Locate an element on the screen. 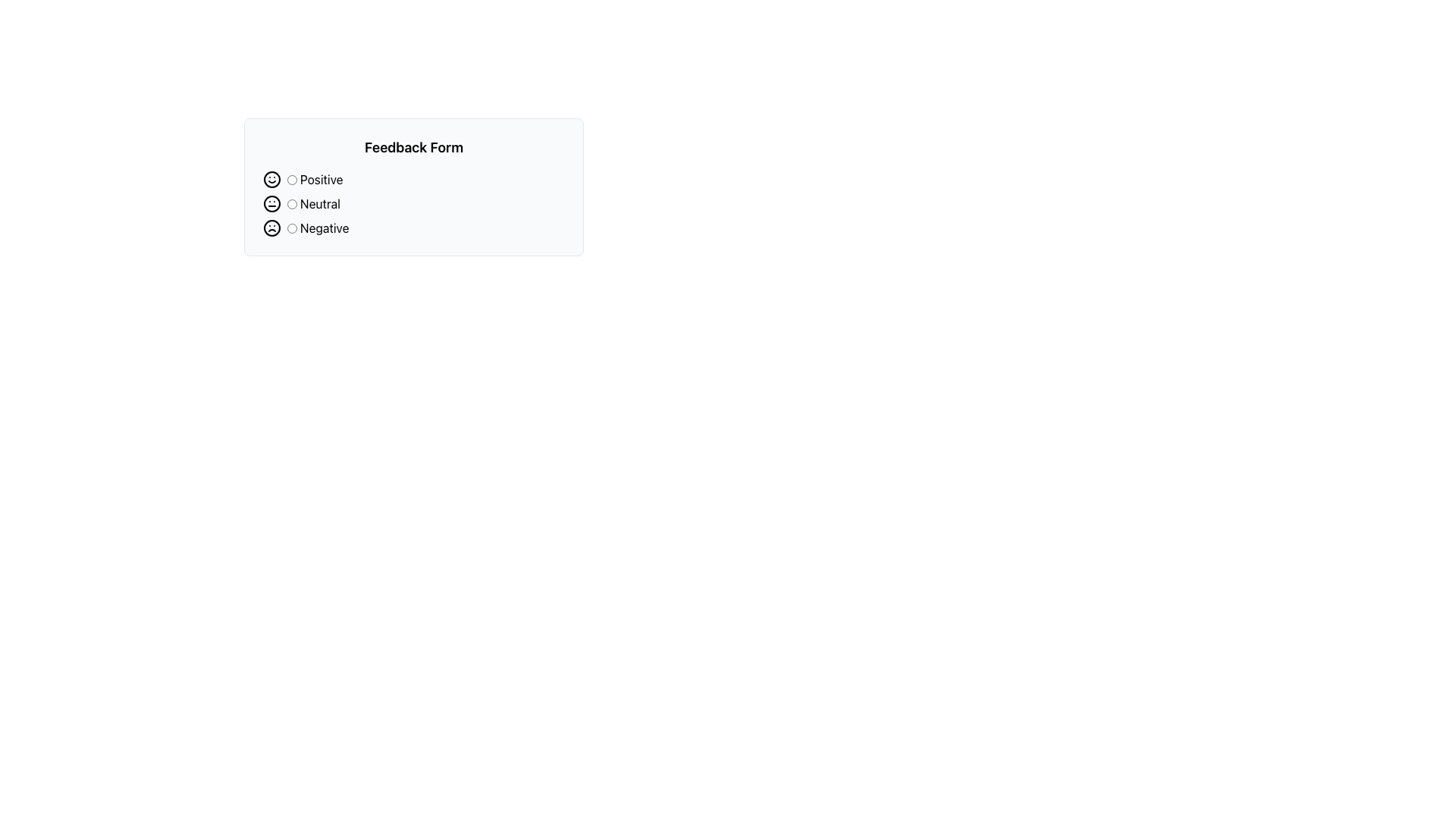  the circular frown face icon located in the 'Feedback Form' section, which is the third element in a vertical stack, directly above the 'Negative' label is located at coordinates (272, 227).